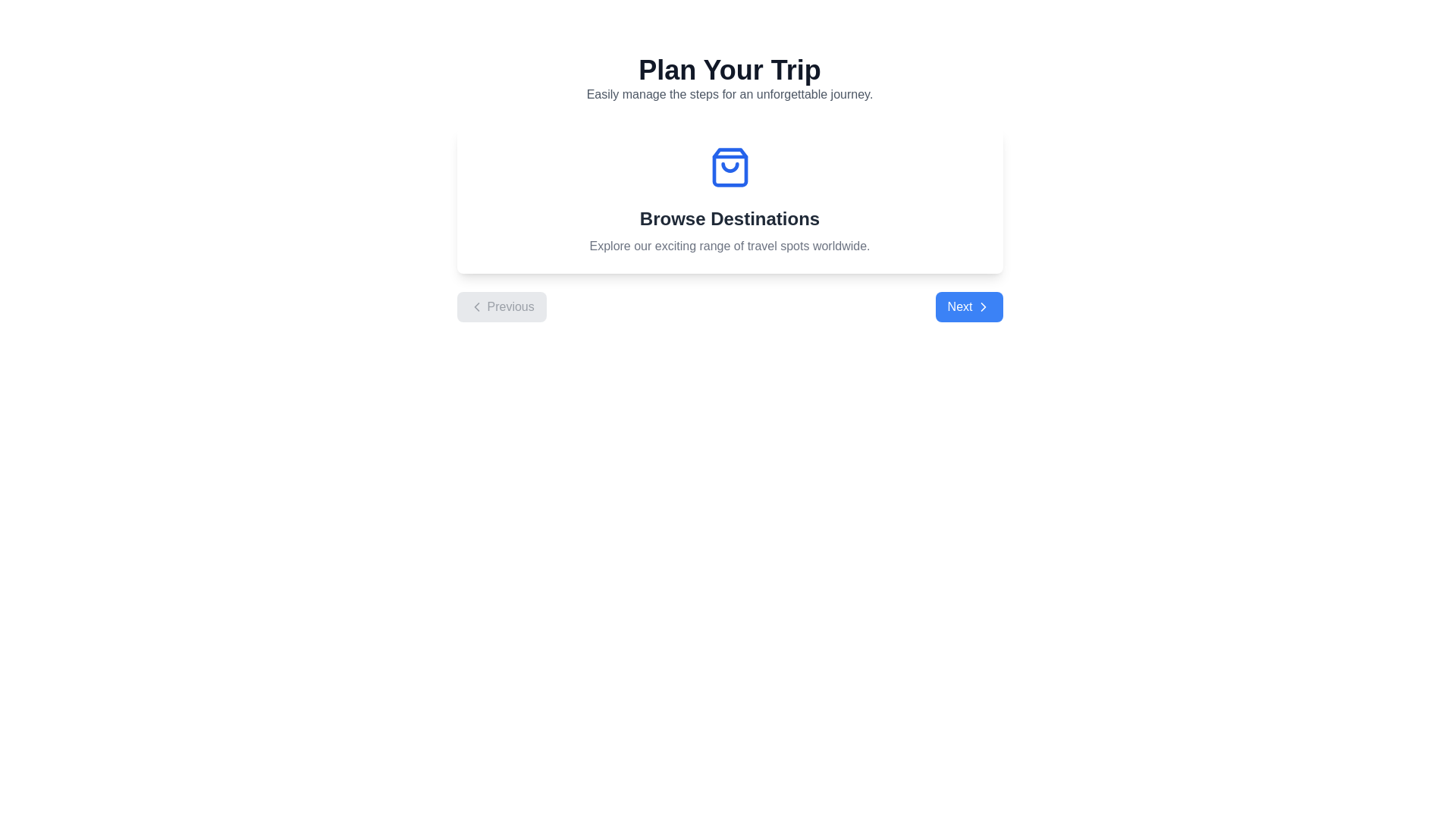 The width and height of the screenshot is (1456, 819). I want to click on the shopping bag icon, which is a blue graphical representation with a rectangular body and curved handle, located prominently below the 'Plan Your Trip' heading, so click(730, 167).